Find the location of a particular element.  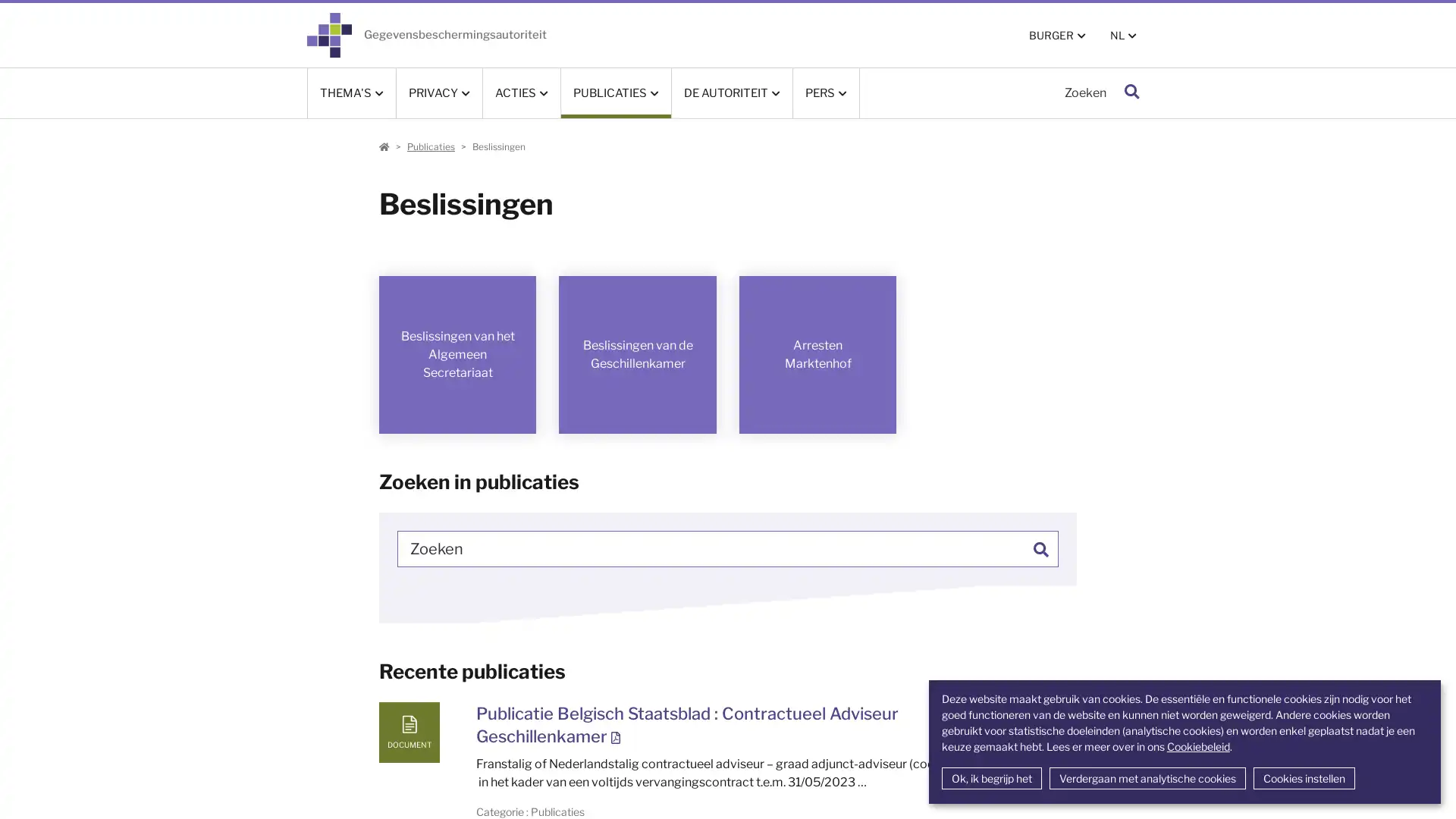

Cookies instellen is located at coordinates (1302, 778).